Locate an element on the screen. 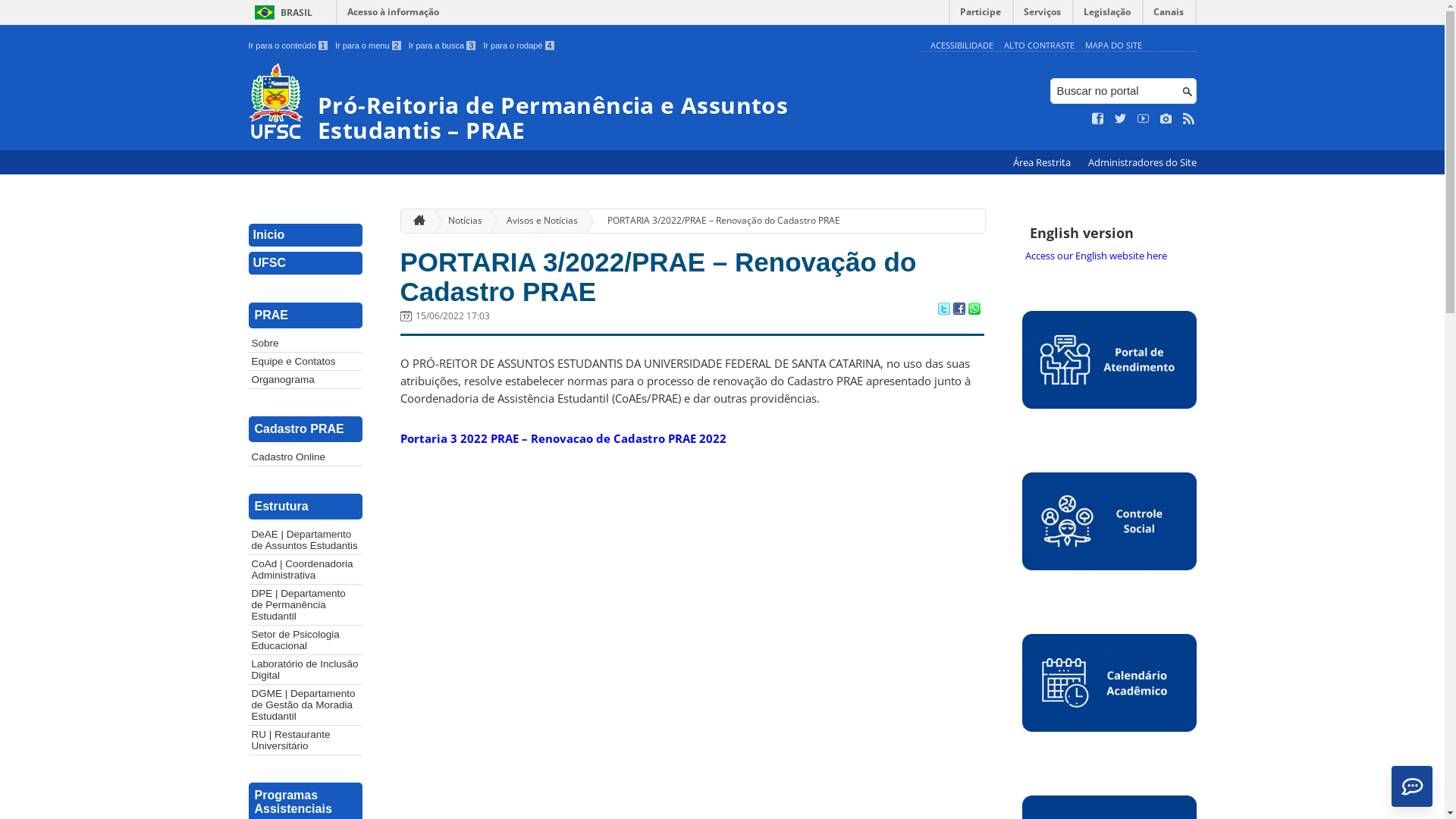 This screenshot has height=819, width=1456. 'Cadastro Online' is located at coordinates (305, 456).